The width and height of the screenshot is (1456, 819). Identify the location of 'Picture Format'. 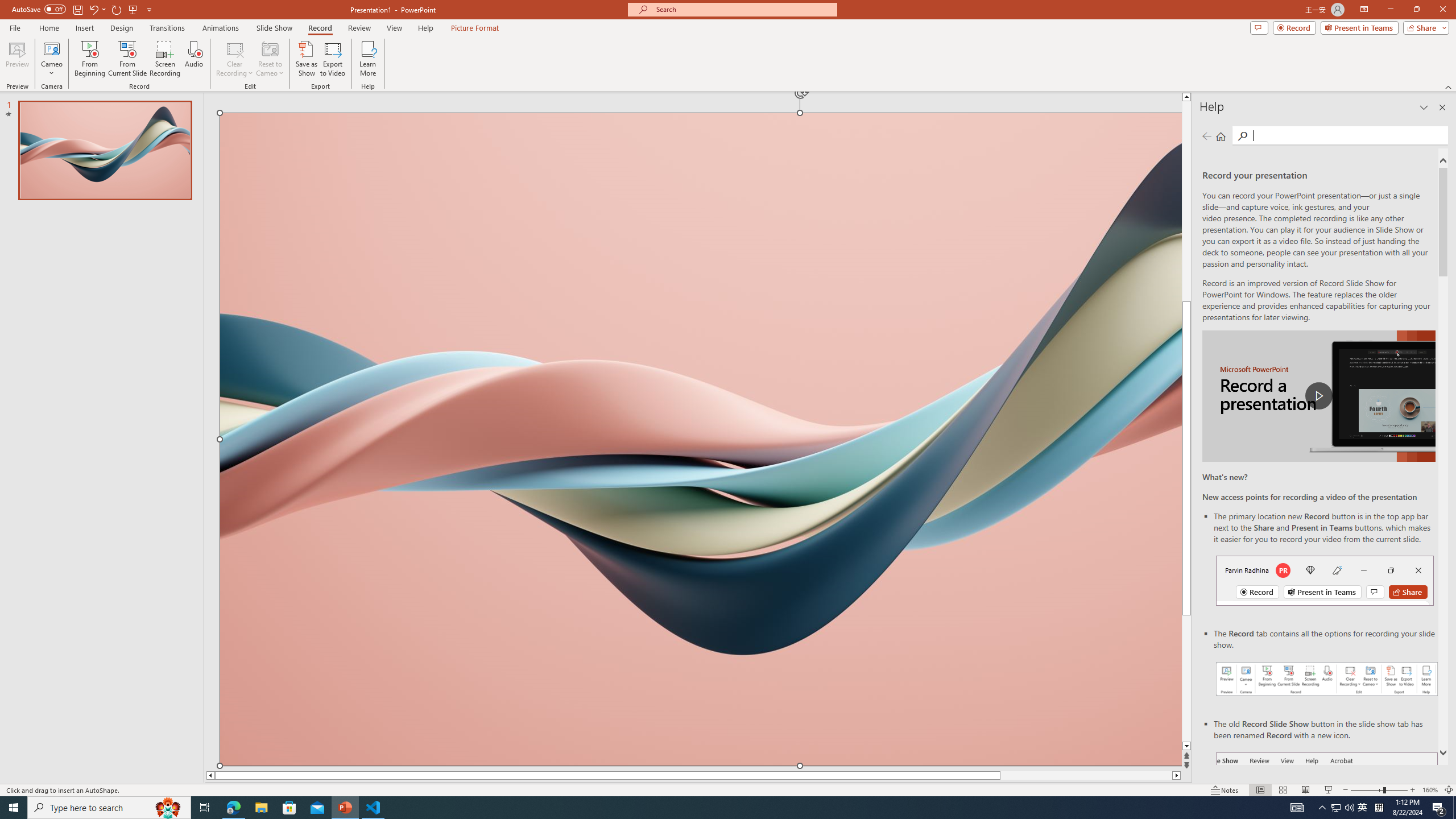
(475, 28).